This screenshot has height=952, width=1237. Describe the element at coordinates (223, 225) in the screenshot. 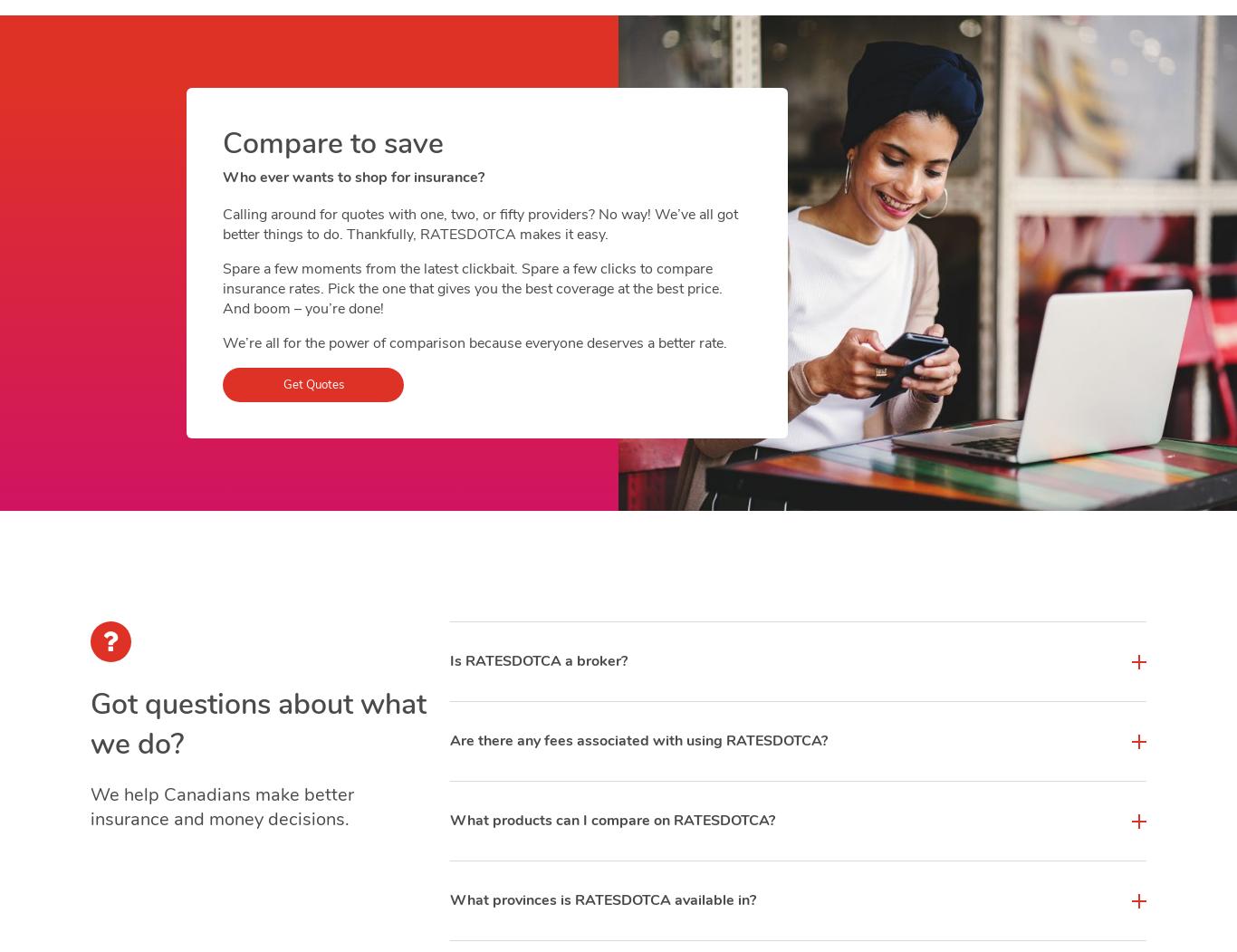

I see `'Calling around for quotes with one, two, or fifty providers? No way! We’ve all got better things to do. Thankfully, RATESDOTCA makes it easy.'` at that location.